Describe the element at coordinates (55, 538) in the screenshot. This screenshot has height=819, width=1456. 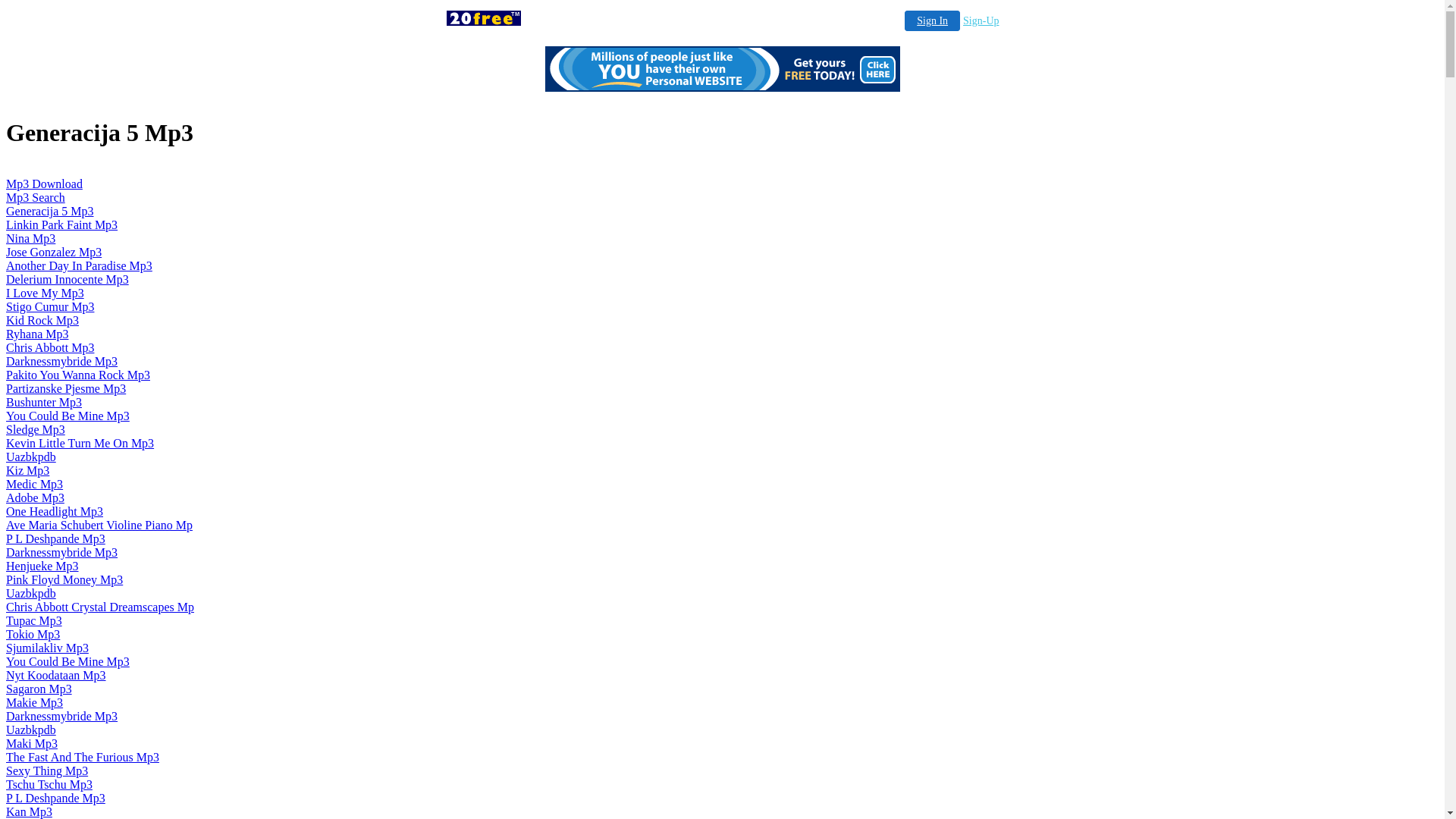
I see `'P L Deshpande Mp3'` at that location.